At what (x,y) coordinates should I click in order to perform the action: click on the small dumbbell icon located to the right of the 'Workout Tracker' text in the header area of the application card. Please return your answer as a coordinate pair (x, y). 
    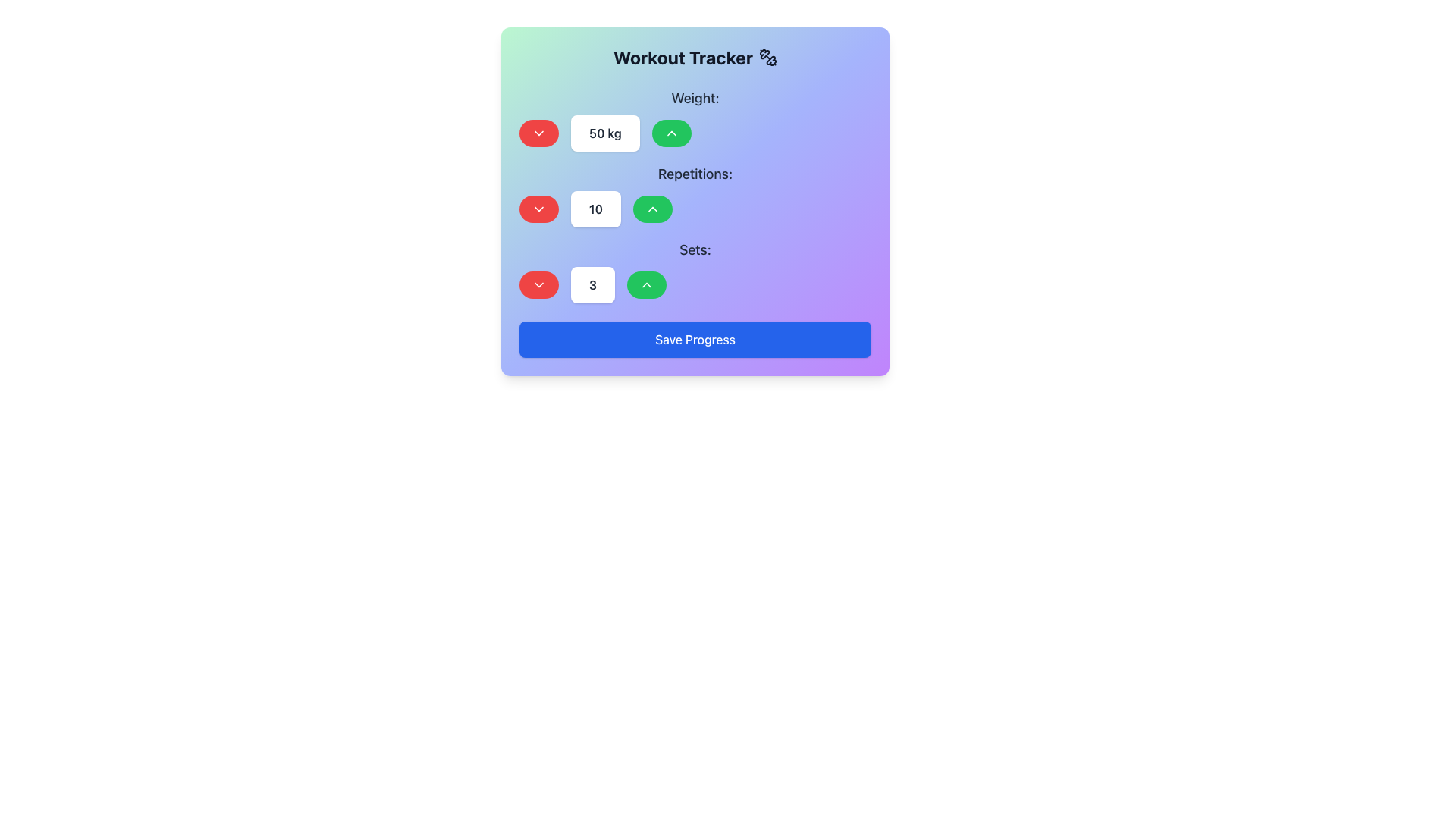
    Looking at the image, I should click on (767, 57).